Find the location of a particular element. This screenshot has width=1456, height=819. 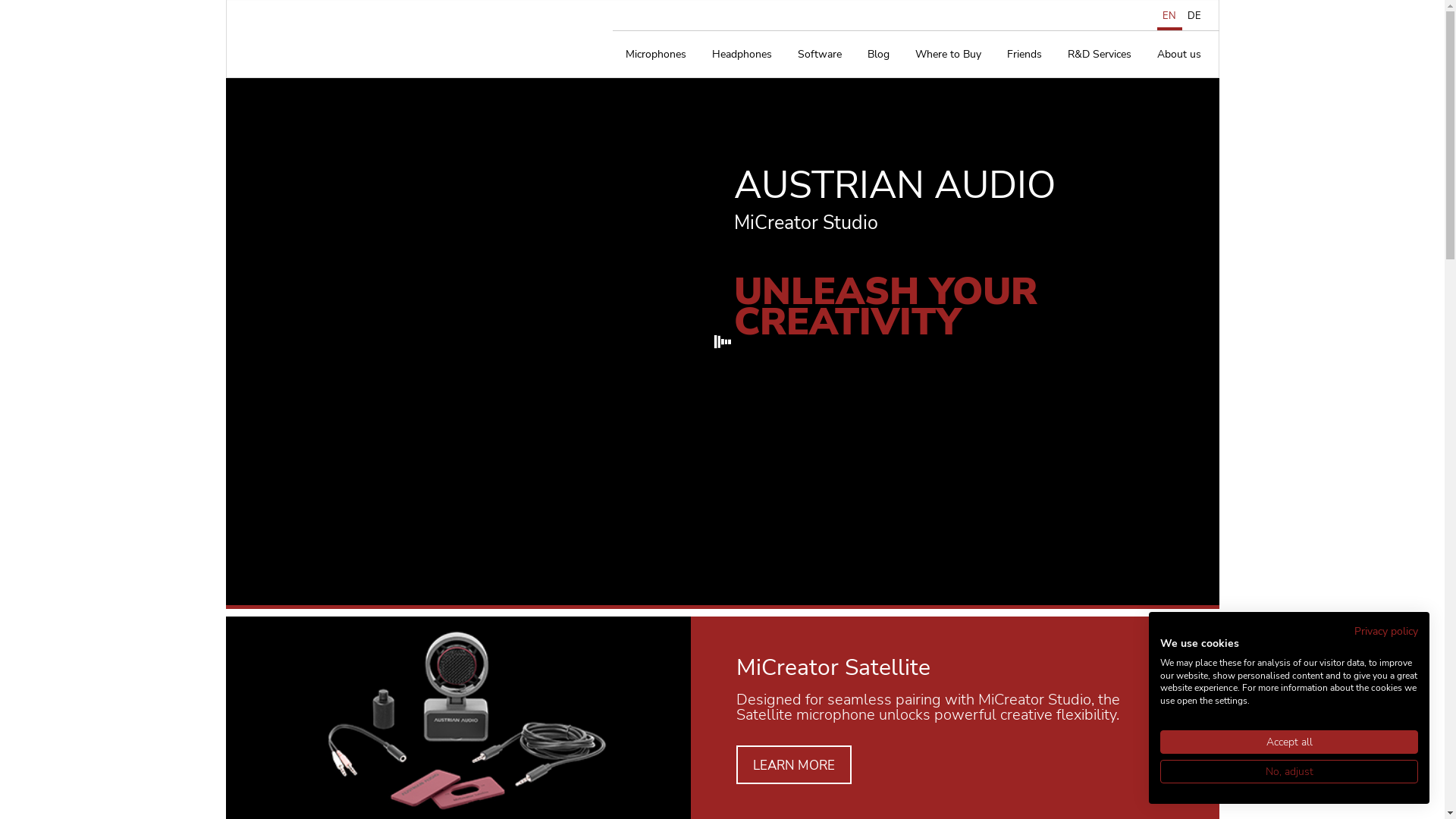

'Where to Buy' is located at coordinates (902, 54).